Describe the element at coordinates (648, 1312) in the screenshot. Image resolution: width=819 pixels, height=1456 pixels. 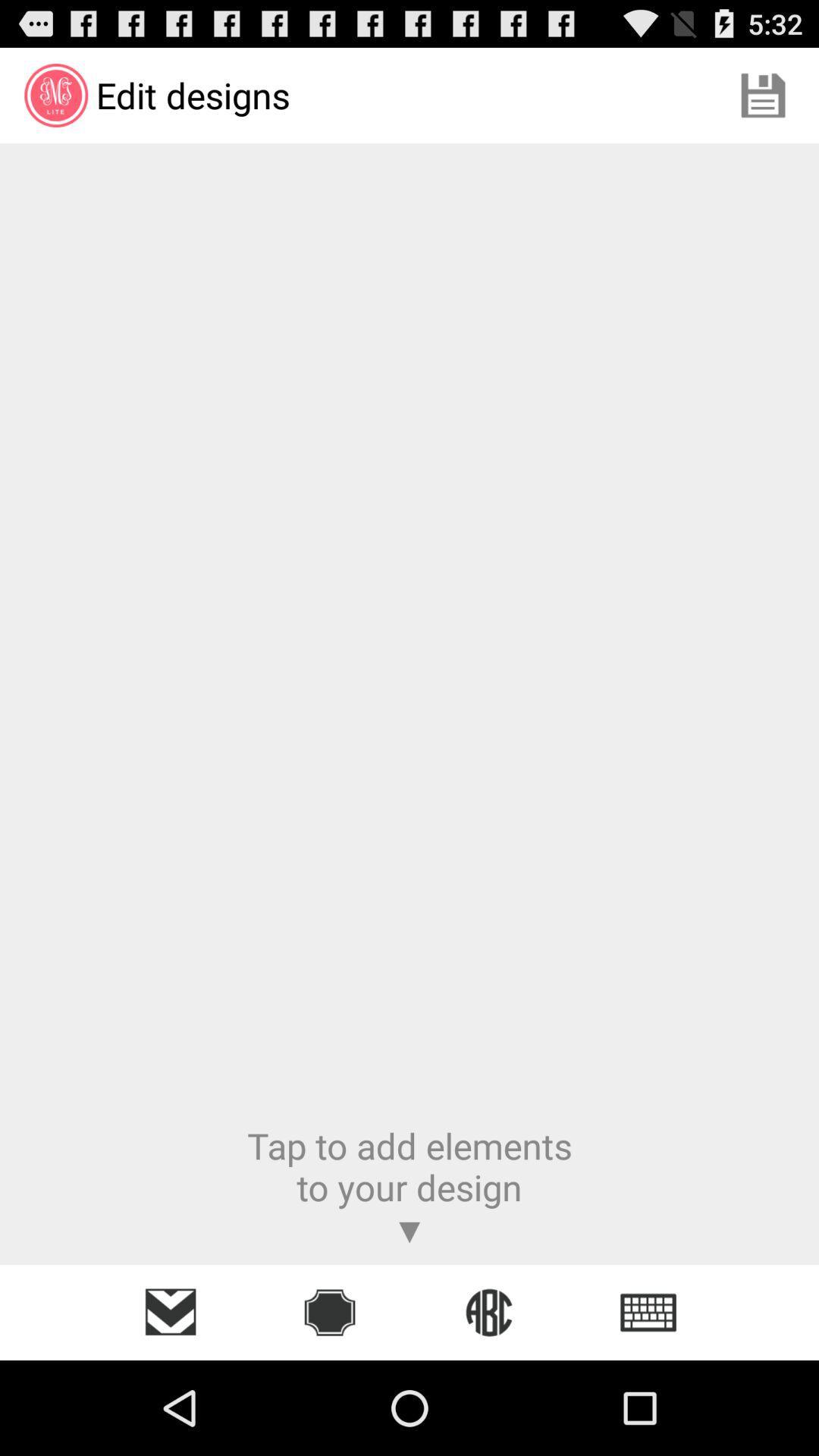
I see `the list icon` at that location.